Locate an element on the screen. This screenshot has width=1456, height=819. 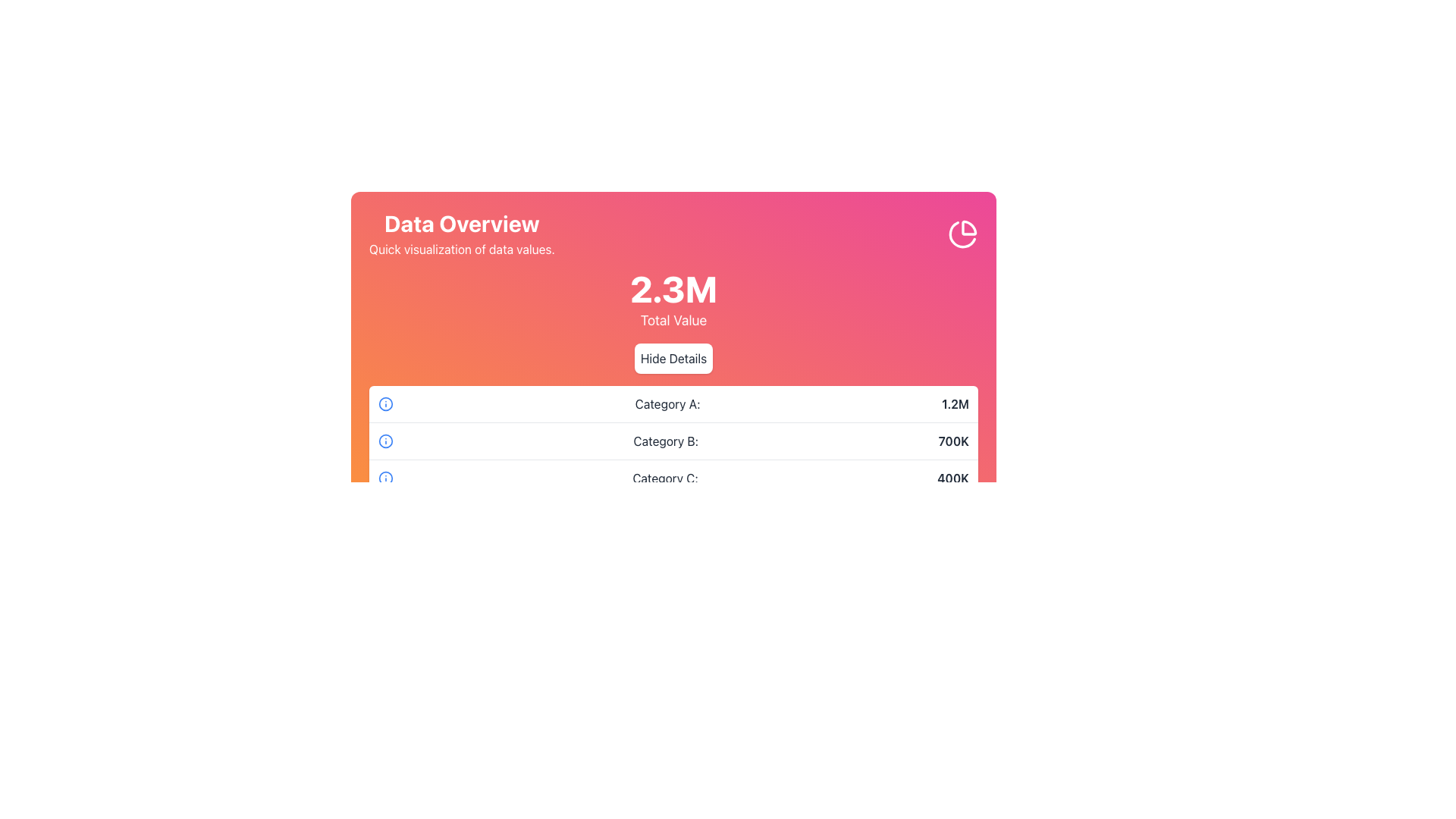
the informational icon positioned to the left of the text 'Category A: 1.2M', which is the first icon in a vertical sequence of similar icons is located at coordinates (385, 403).